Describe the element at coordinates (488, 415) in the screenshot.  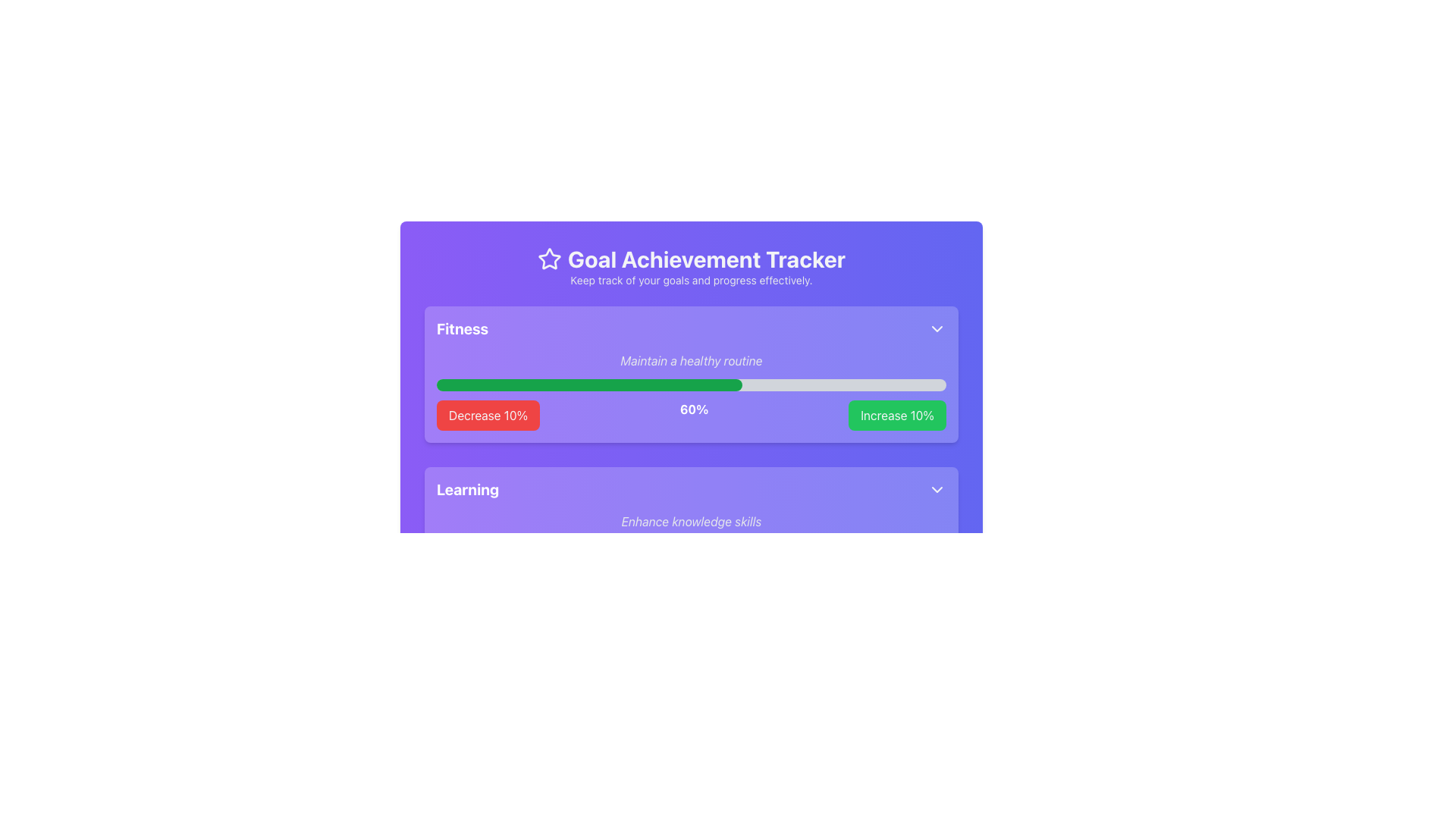
I see `the leftmost button with a bright red background and white text 'Decrease 10%' to decrease the value in the Fitness section` at that location.